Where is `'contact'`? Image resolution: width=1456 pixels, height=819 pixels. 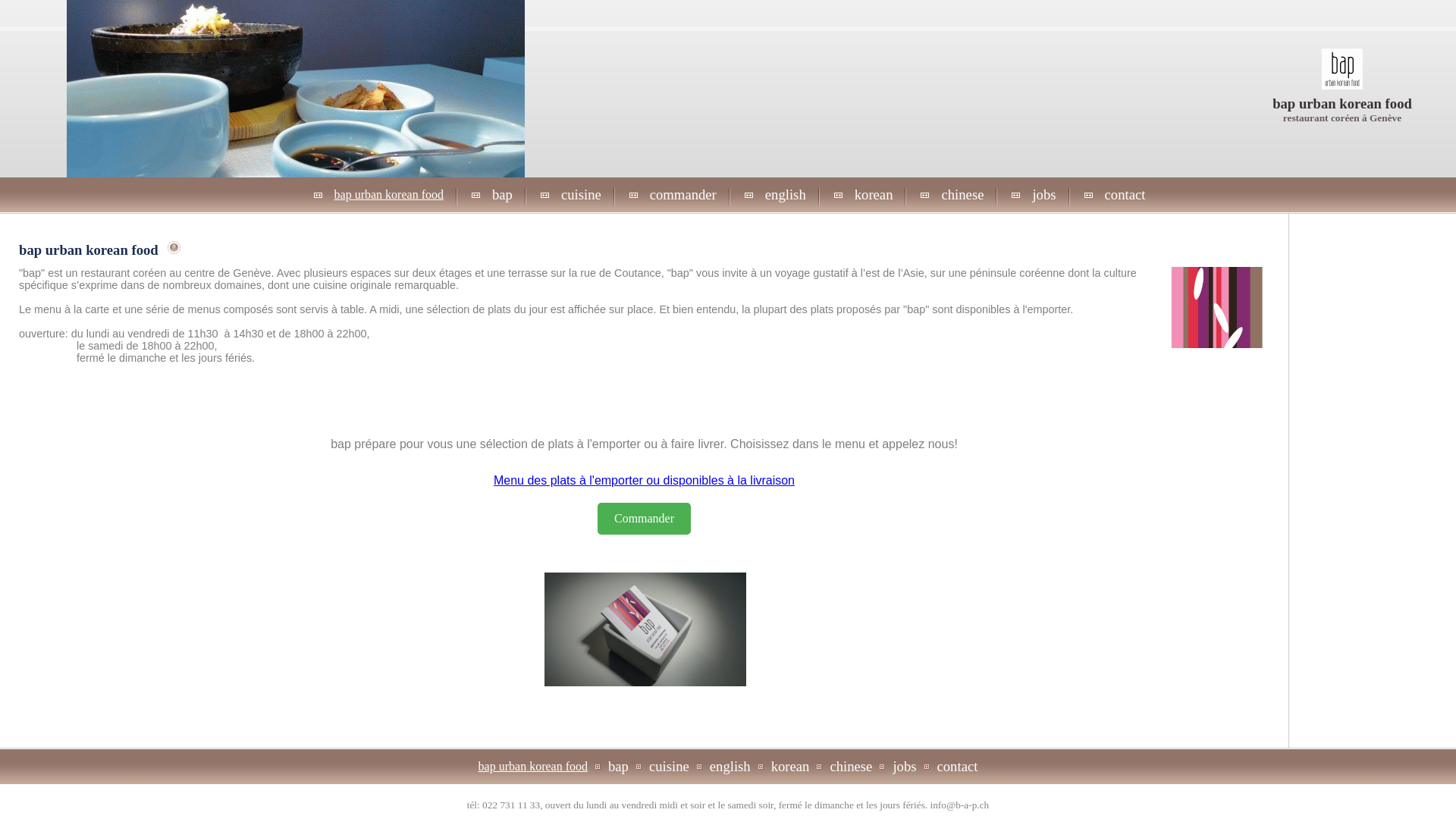 'contact' is located at coordinates (1125, 193).